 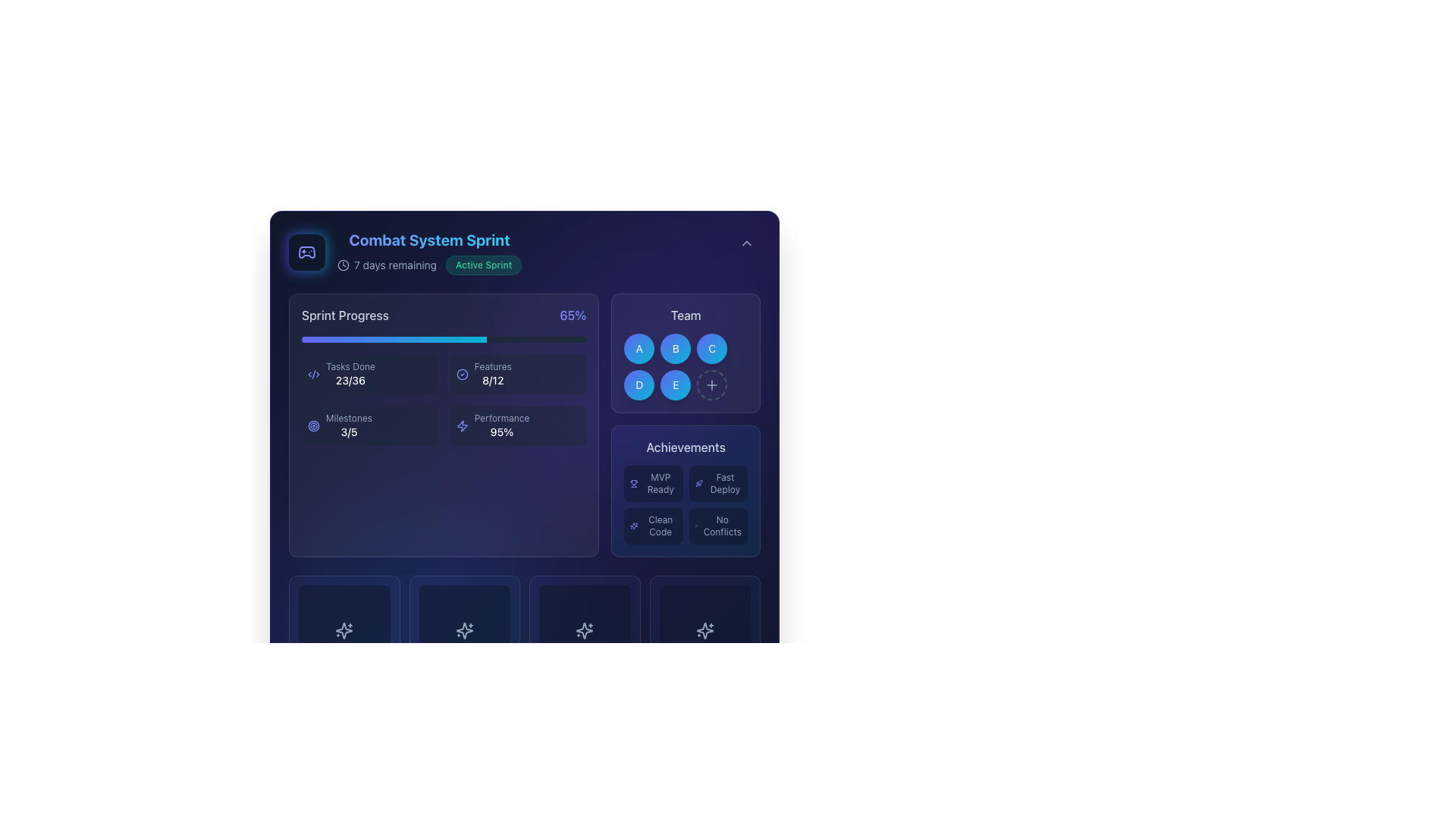 What do you see at coordinates (350, 374) in the screenshot?
I see `the 'Tasks Done' text display, which shows the fraction '23/36' in a bold, white font, located in the top-left card of the Sprint Progress module` at bounding box center [350, 374].